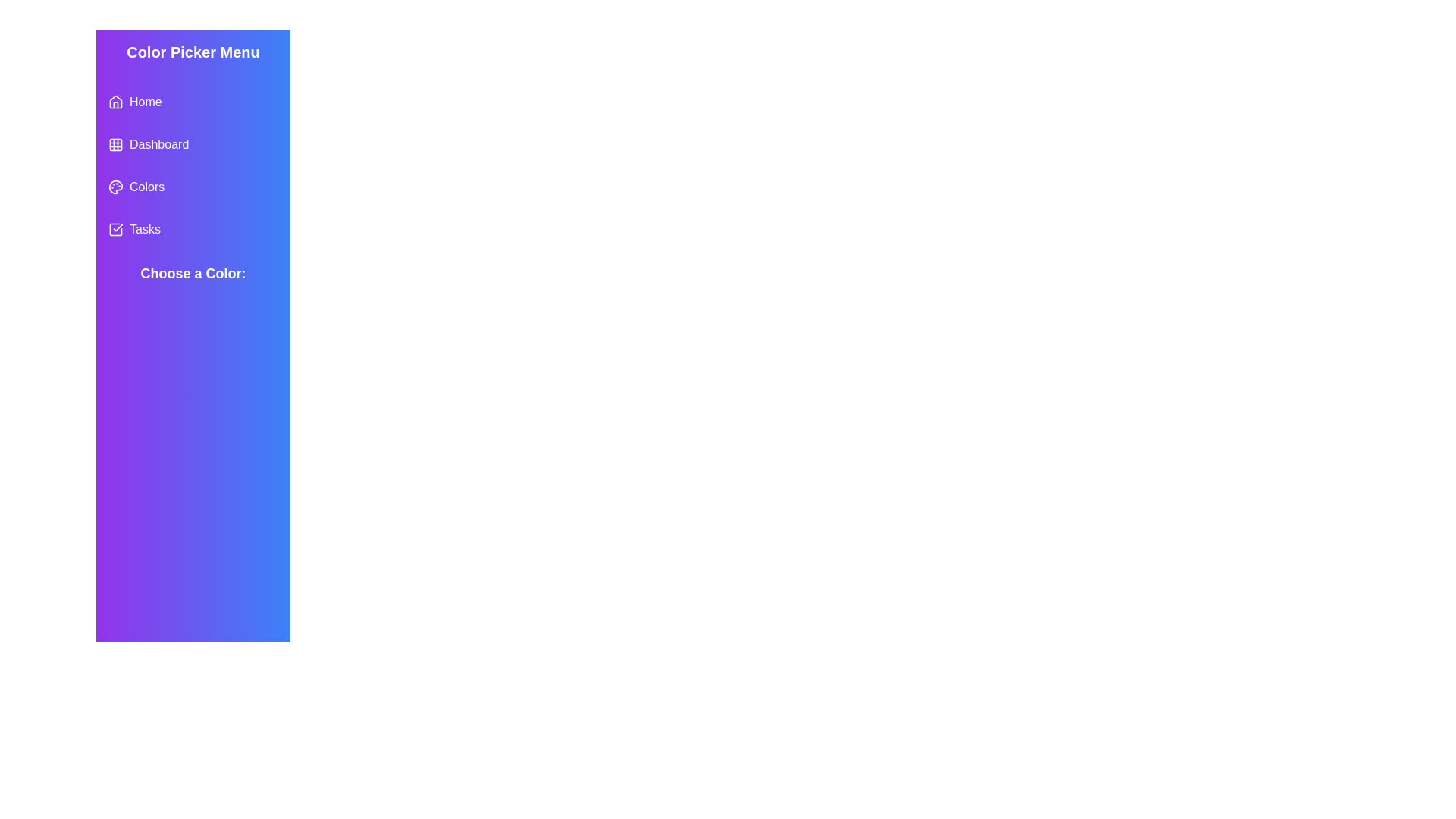 This screenshot has height=819, width=1456. Describe the element at coordinates (115, 145) in the screenshot. I see `the 3x3 grid icon located next to the 'Dashboard' text in the sidebar navigation` at that location.